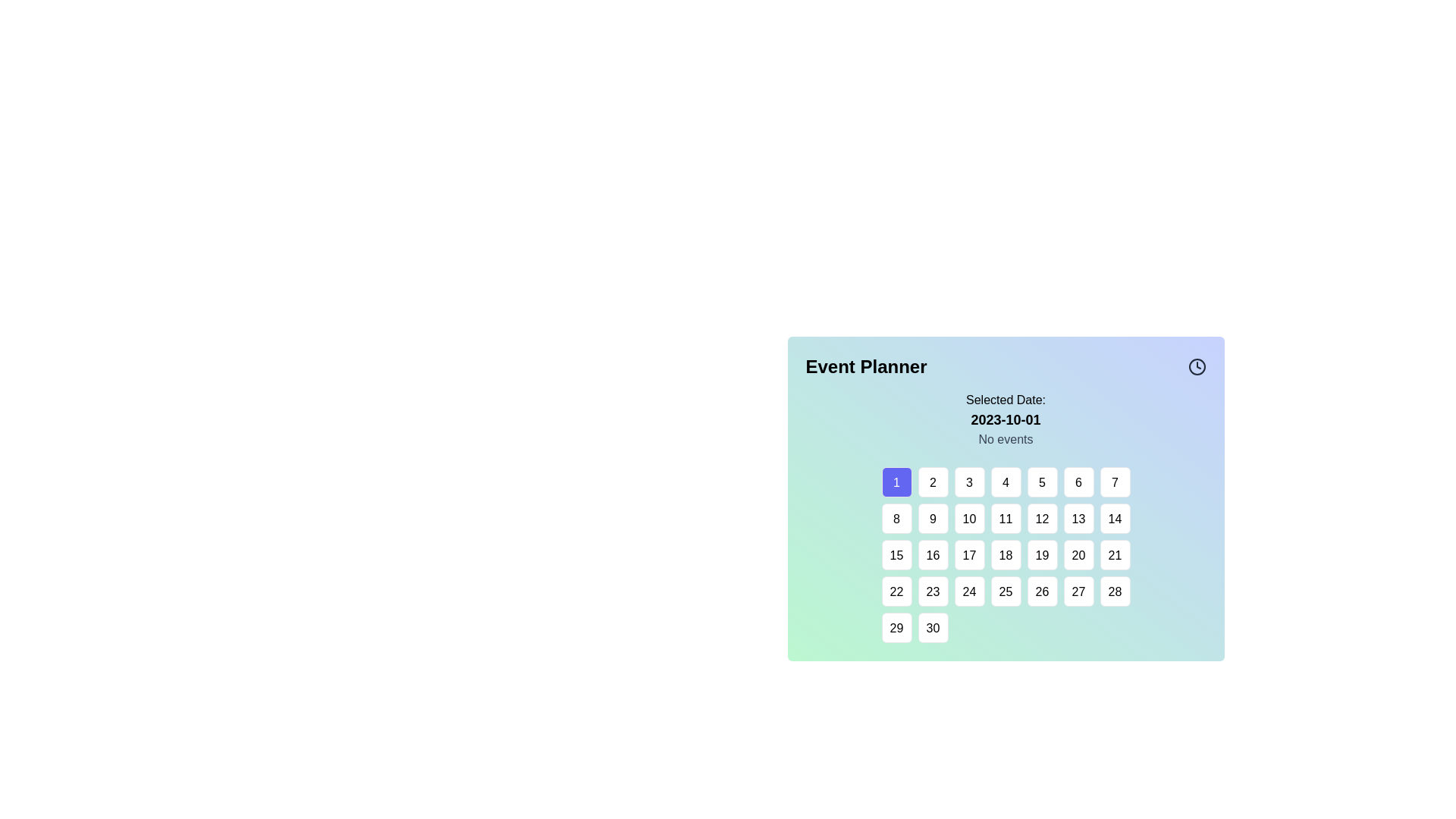 This screenshot has height=819, width=1456. What do you see at coordinates (932, 590) in the screenshot?
I see `the button displaying the number '23' located in the fourth row of a grid under the 'Event Planner' heading` at bounding box center [932, 590].